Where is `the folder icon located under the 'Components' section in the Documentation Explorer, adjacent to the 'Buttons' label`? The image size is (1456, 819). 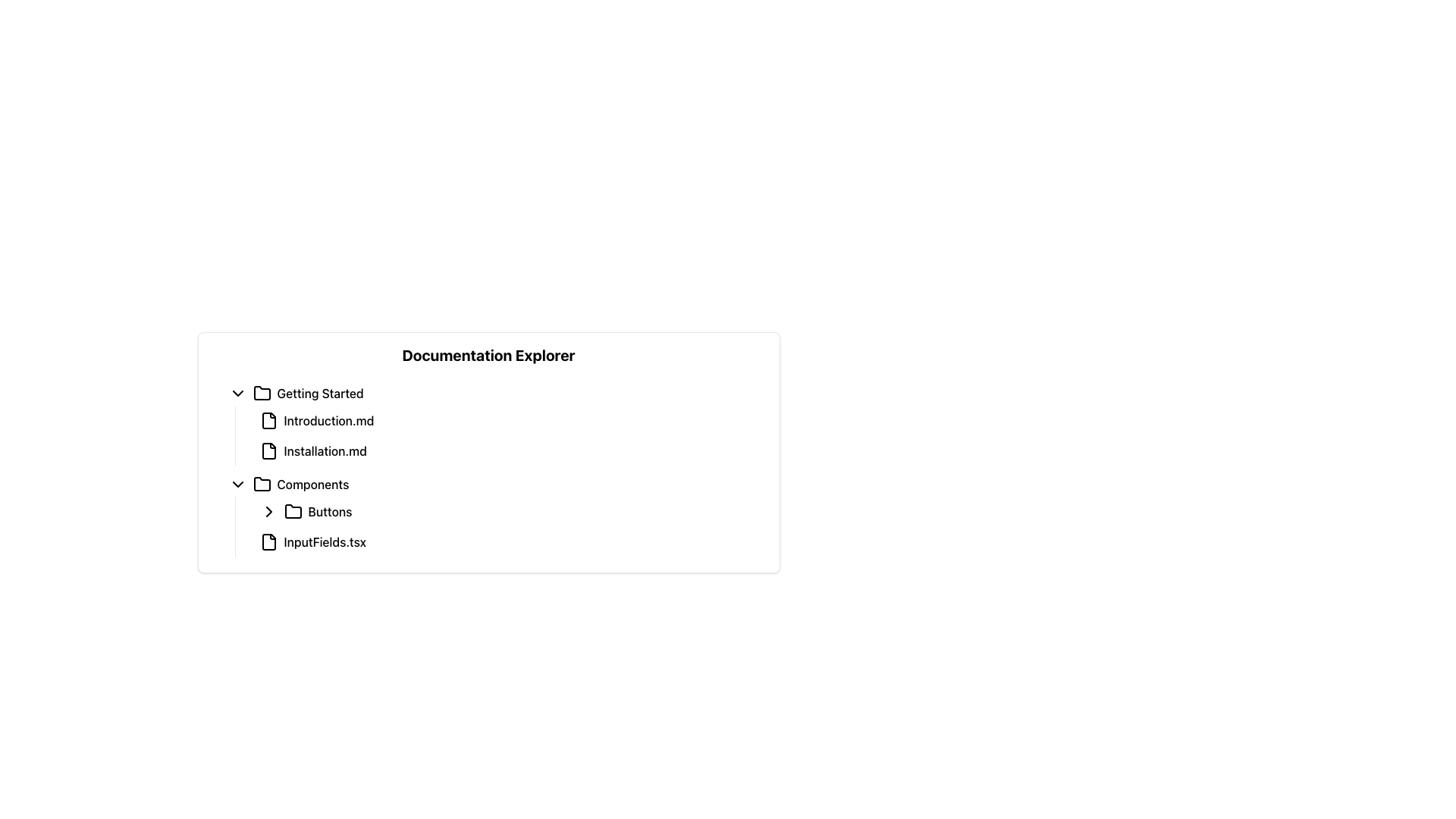
the folder icon located under the 'Components' section in the Documentation Explorer, adjacent to the 'Buttons' label is located at coordinates (293, 511).